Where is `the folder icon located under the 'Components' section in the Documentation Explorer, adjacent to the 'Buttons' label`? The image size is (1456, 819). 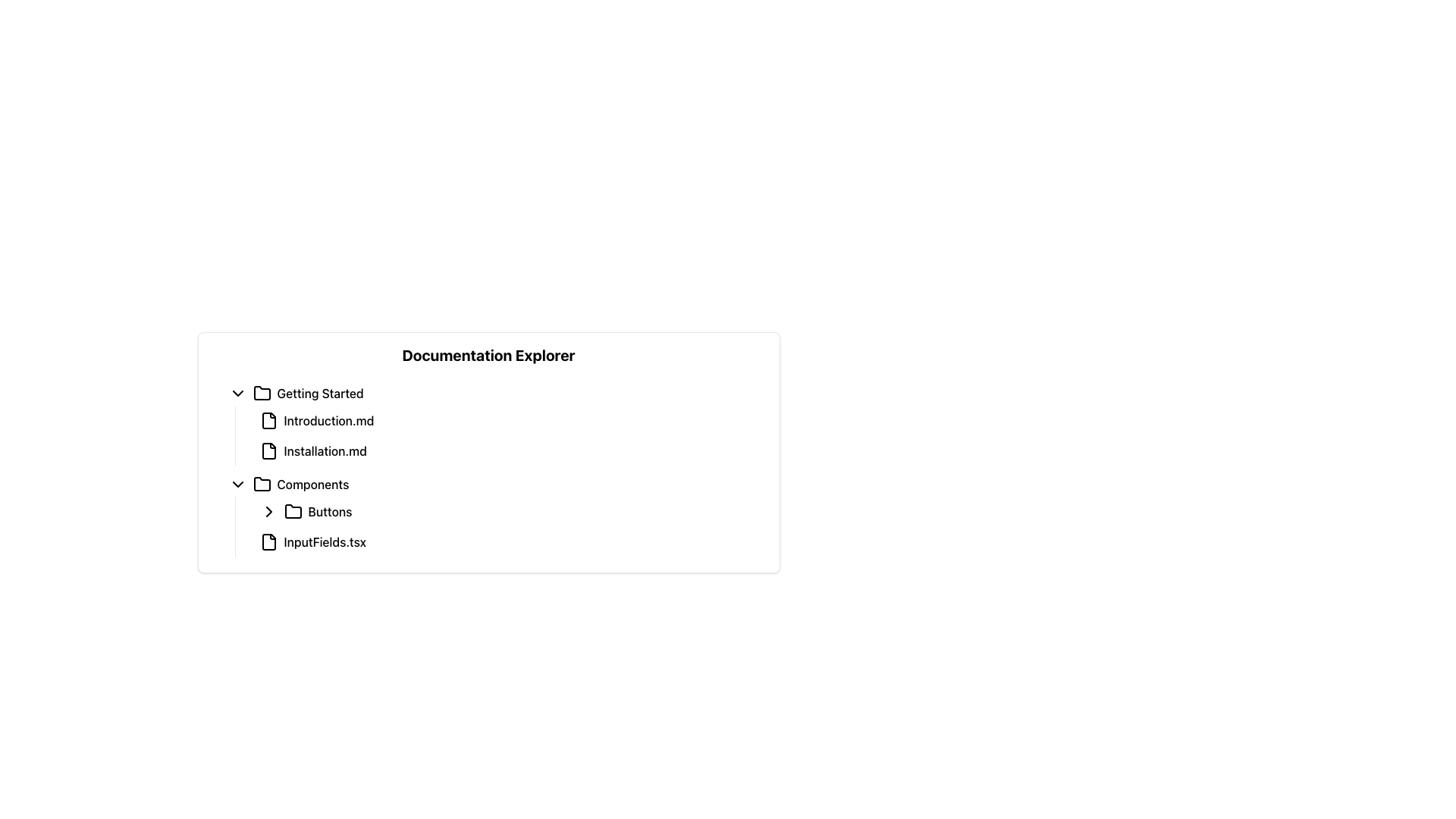
the folder icon located under the 'Components' section in the Documentation Explorer, adjacent to the 'Buttons' label is located at coordinates (293, 511).